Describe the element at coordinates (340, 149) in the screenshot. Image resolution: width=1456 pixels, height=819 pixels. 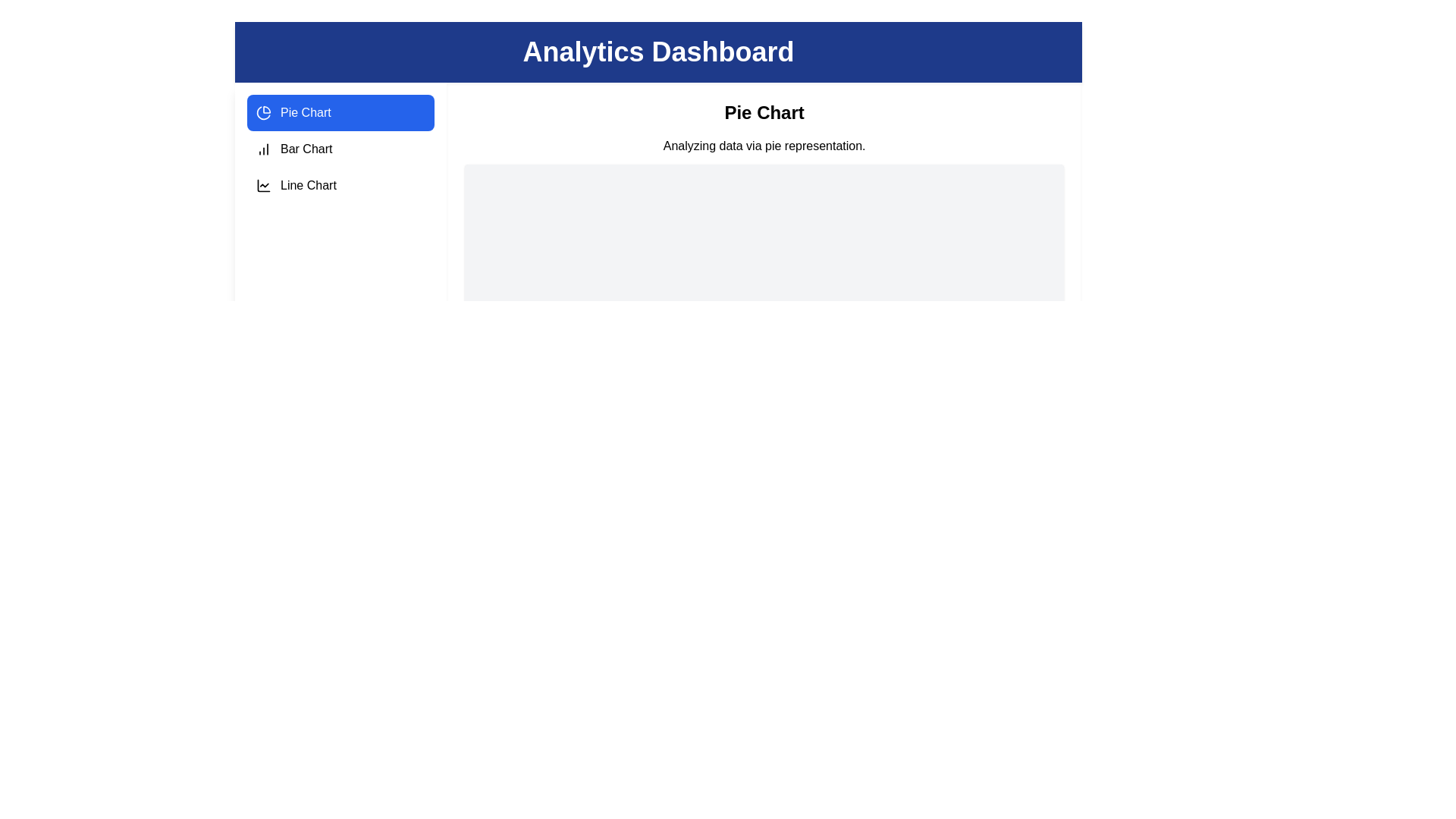
I see `the tab labeled Bar Chart in the sidebar` at that location.